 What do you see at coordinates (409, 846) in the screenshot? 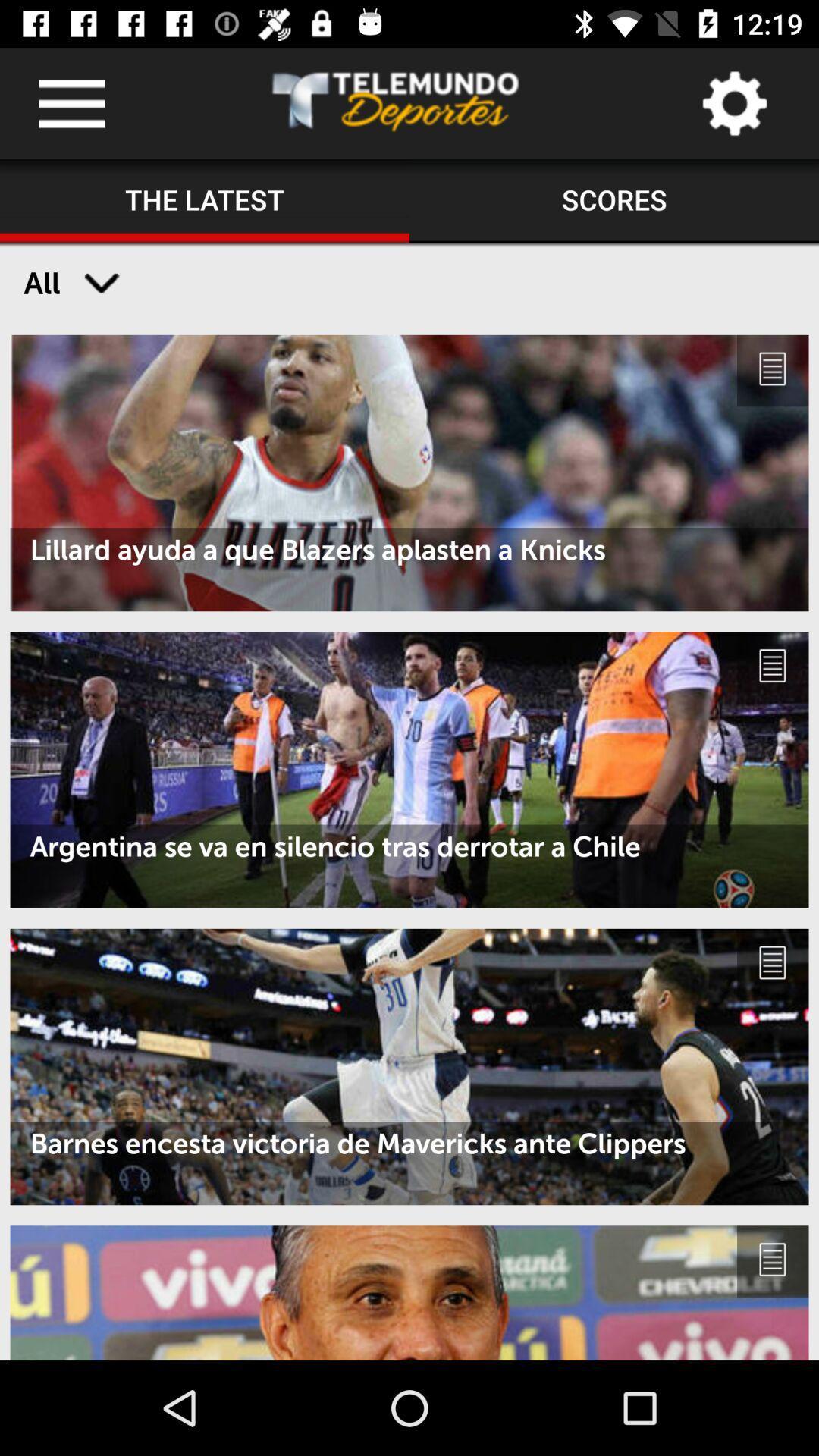
I see `argentina se va icon` at bounding box center [409, 846].